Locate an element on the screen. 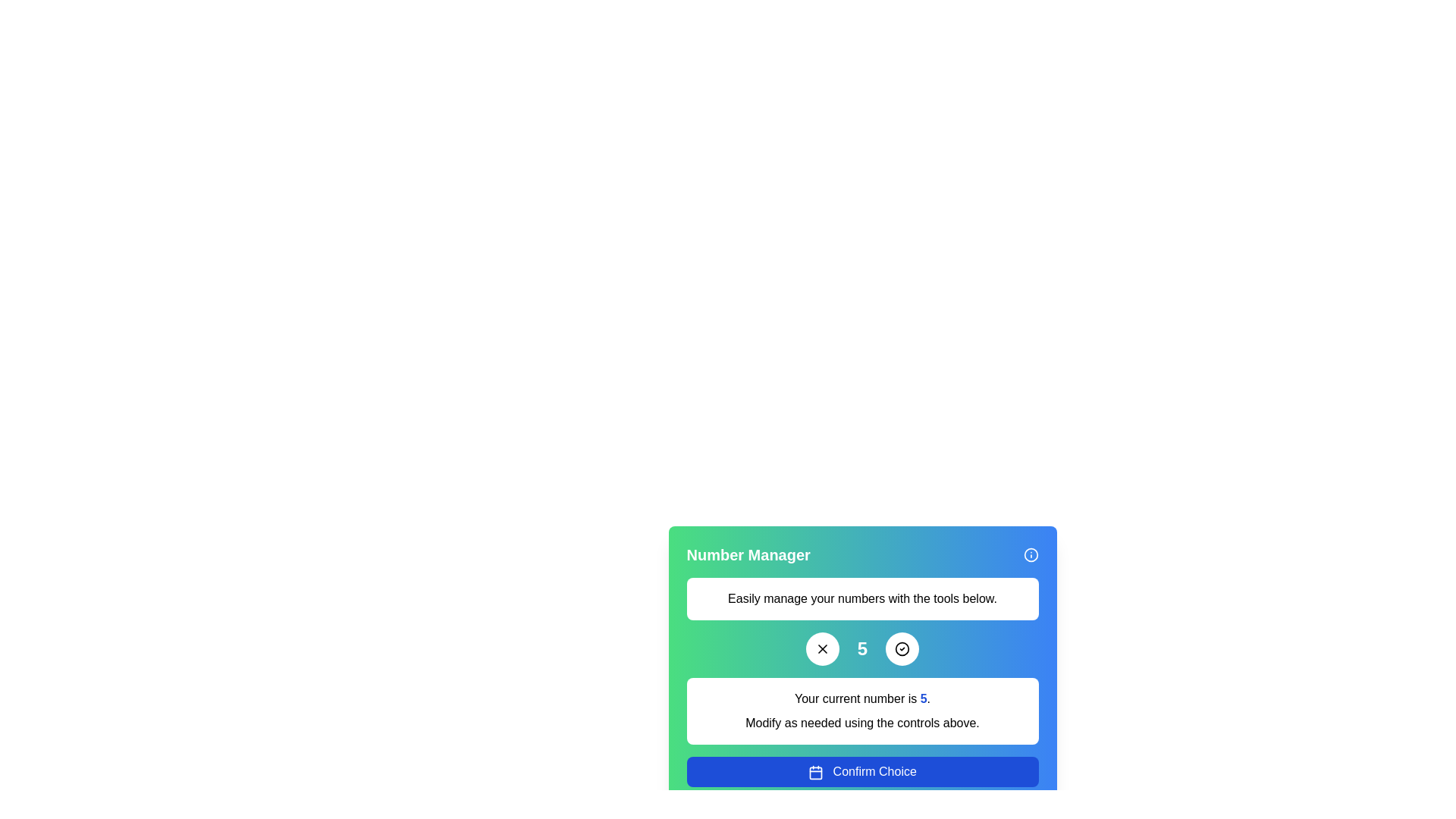  the informational text section that shows 'Your current number is 5.' with a white background and rounded corners is located at coordinates (862, 711).